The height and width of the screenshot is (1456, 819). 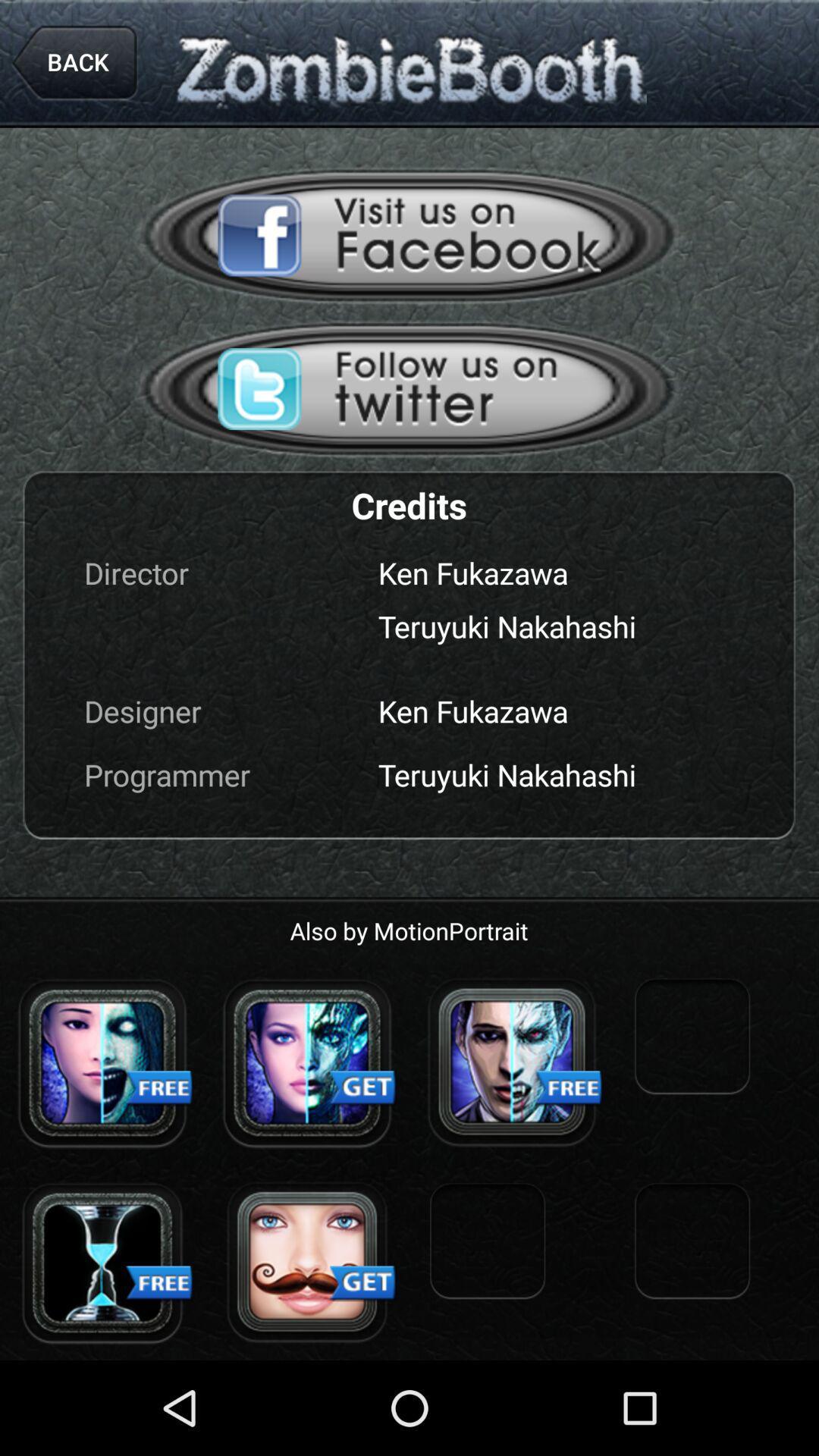 What do you see at coordinates (307, 1062) in the screenshot?
I see `the second picture under the text also motiom portrait` at bounding box center [307, 1062].